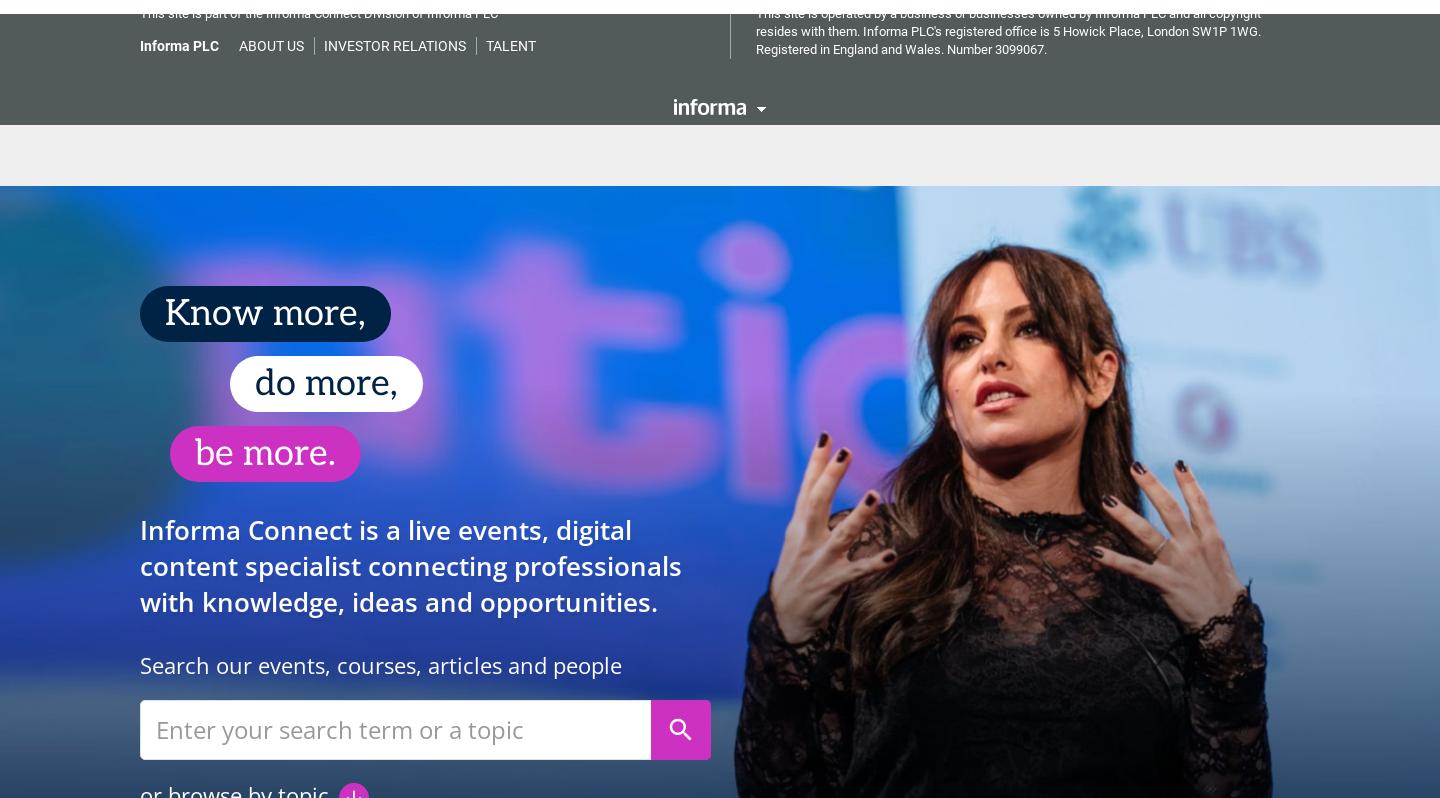 The image size is (1440, 798). What do you see at coordinates (528, 140) in the screenshot?
I see `'Marketing Solutions'` at bounding box center [528, 140].